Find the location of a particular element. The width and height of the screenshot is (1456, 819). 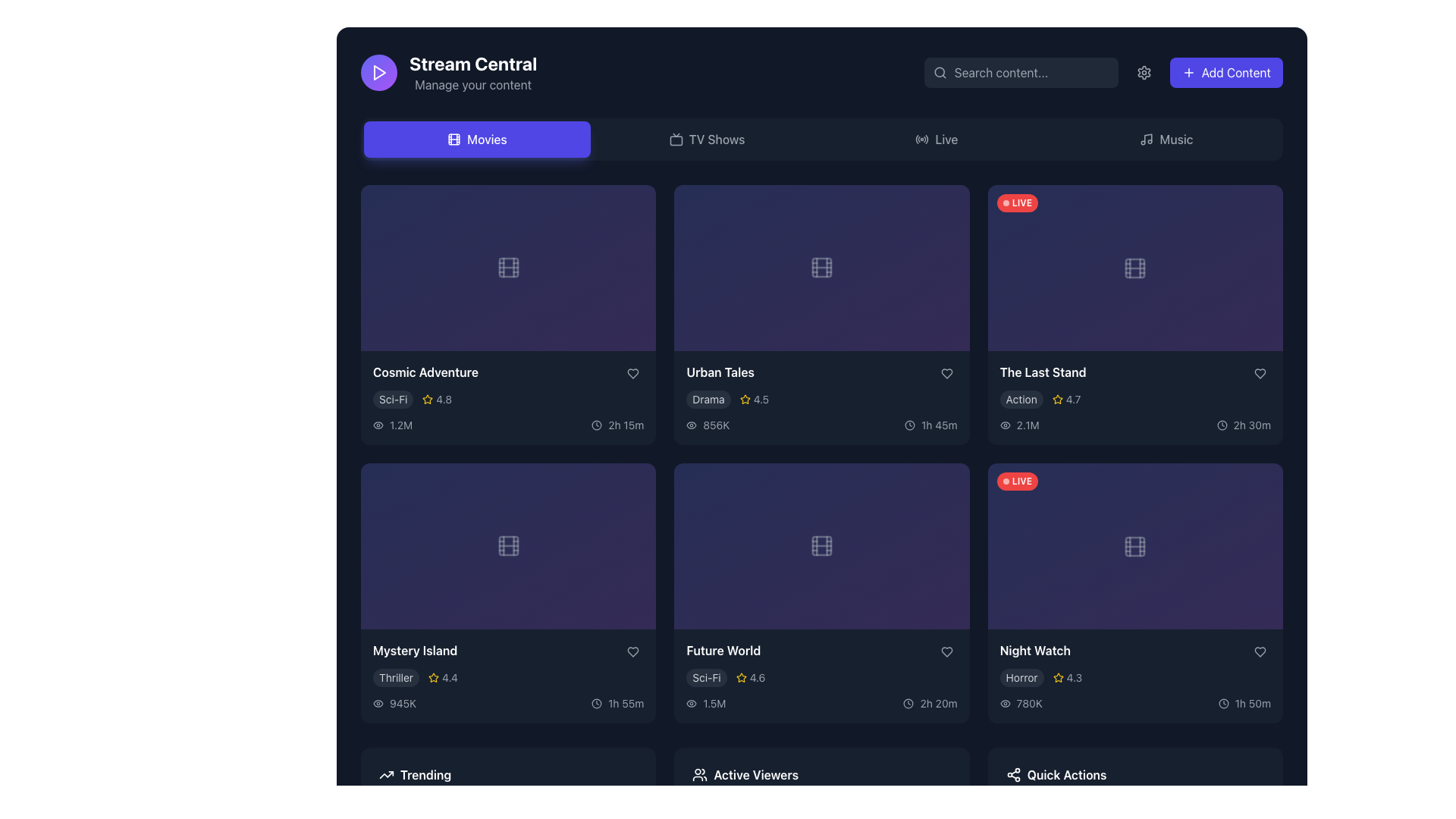

text labeled 'Cosmic Adventure', which is styled in bold white font and located prominently in the top-left corner of the Movies section's first media card is located at coordinates (425, 372).